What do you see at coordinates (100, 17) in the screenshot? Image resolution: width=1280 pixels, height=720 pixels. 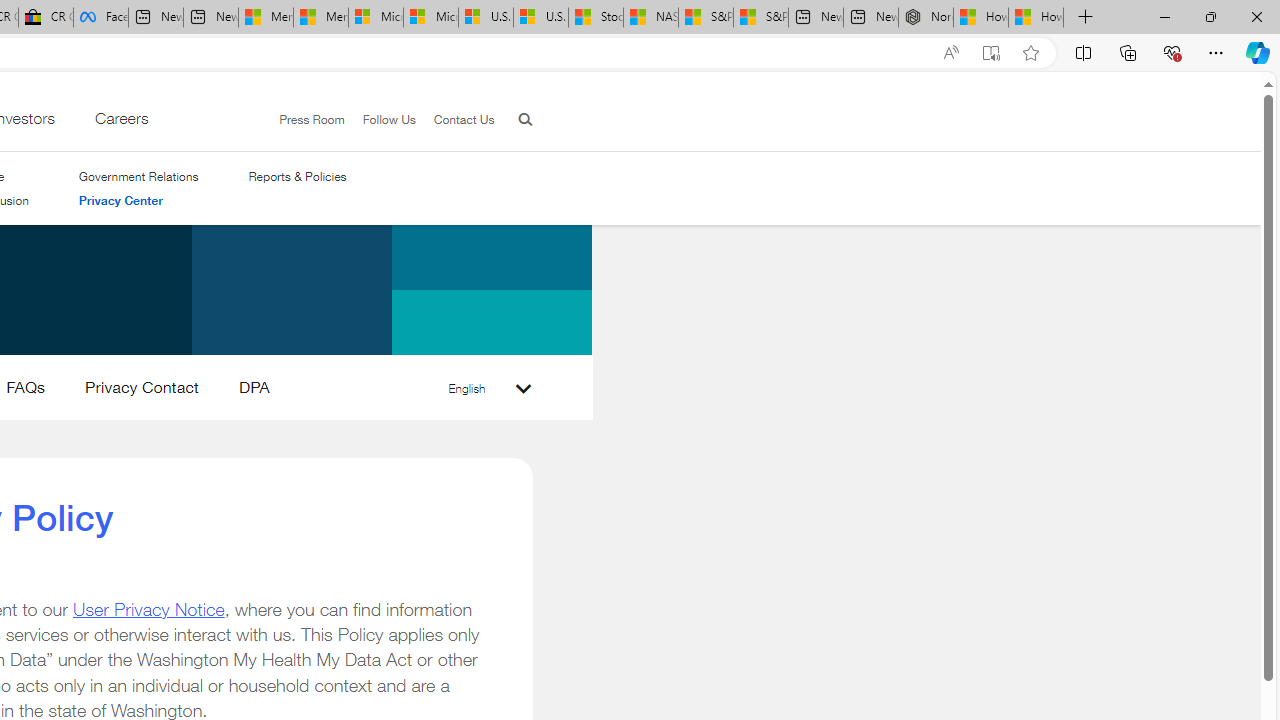 I see `'Facebook'` at bounding box center [100, 17].